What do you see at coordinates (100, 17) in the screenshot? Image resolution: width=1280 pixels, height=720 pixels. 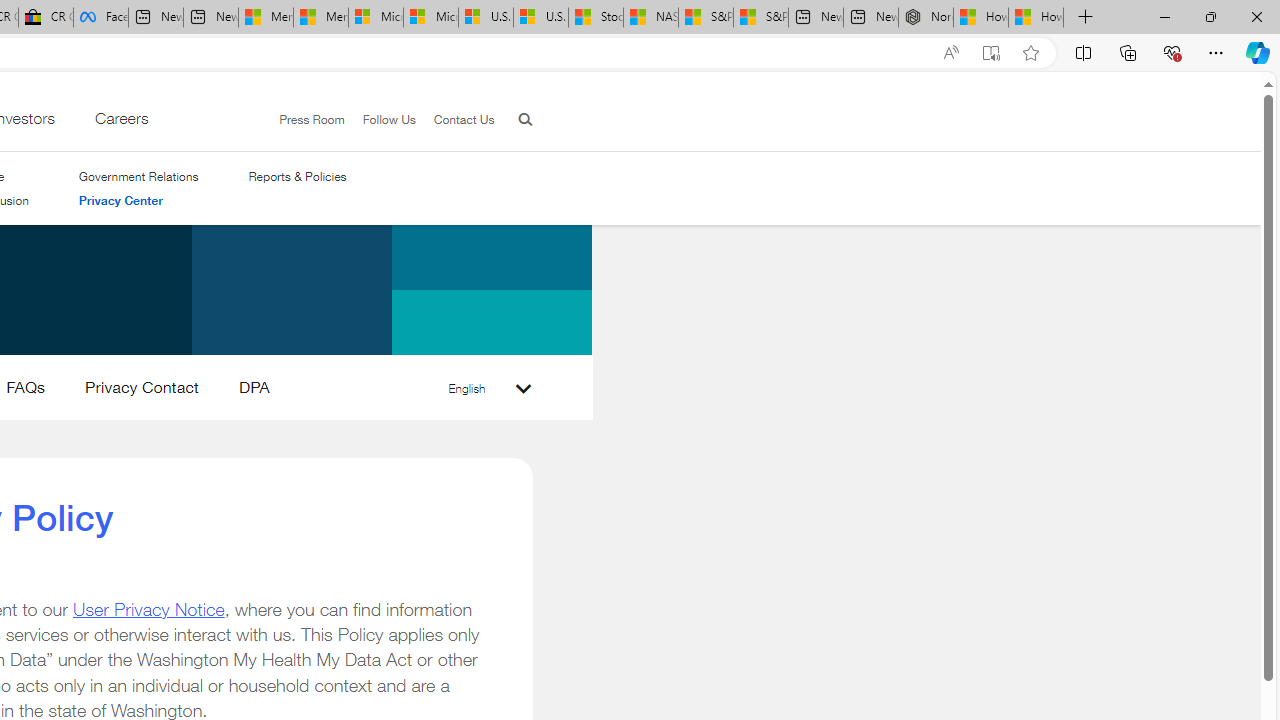 I see `'Facebook'` at bounding box center [100, 17].